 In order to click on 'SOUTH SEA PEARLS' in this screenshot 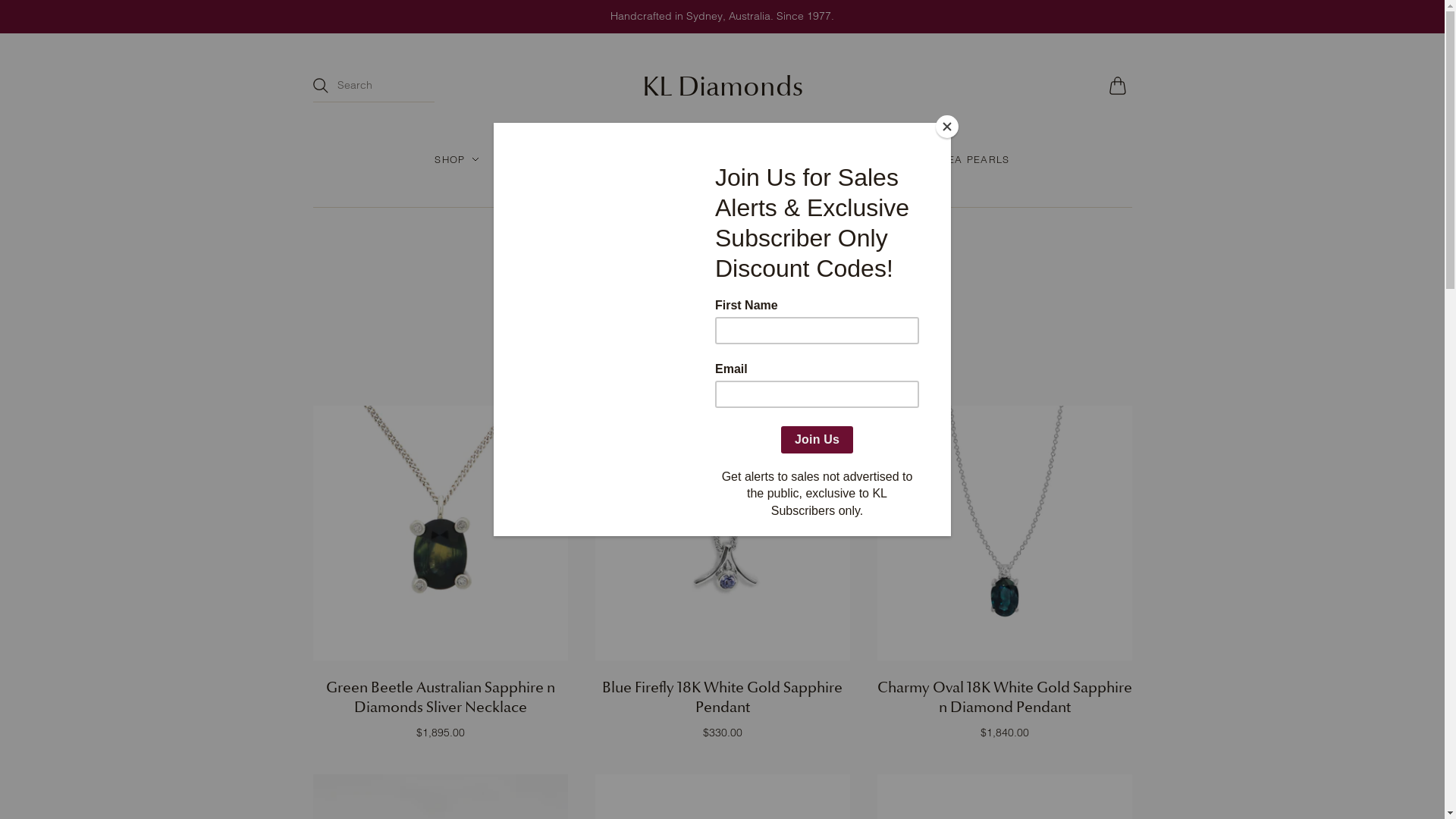, I will do `click(899, 158)`.